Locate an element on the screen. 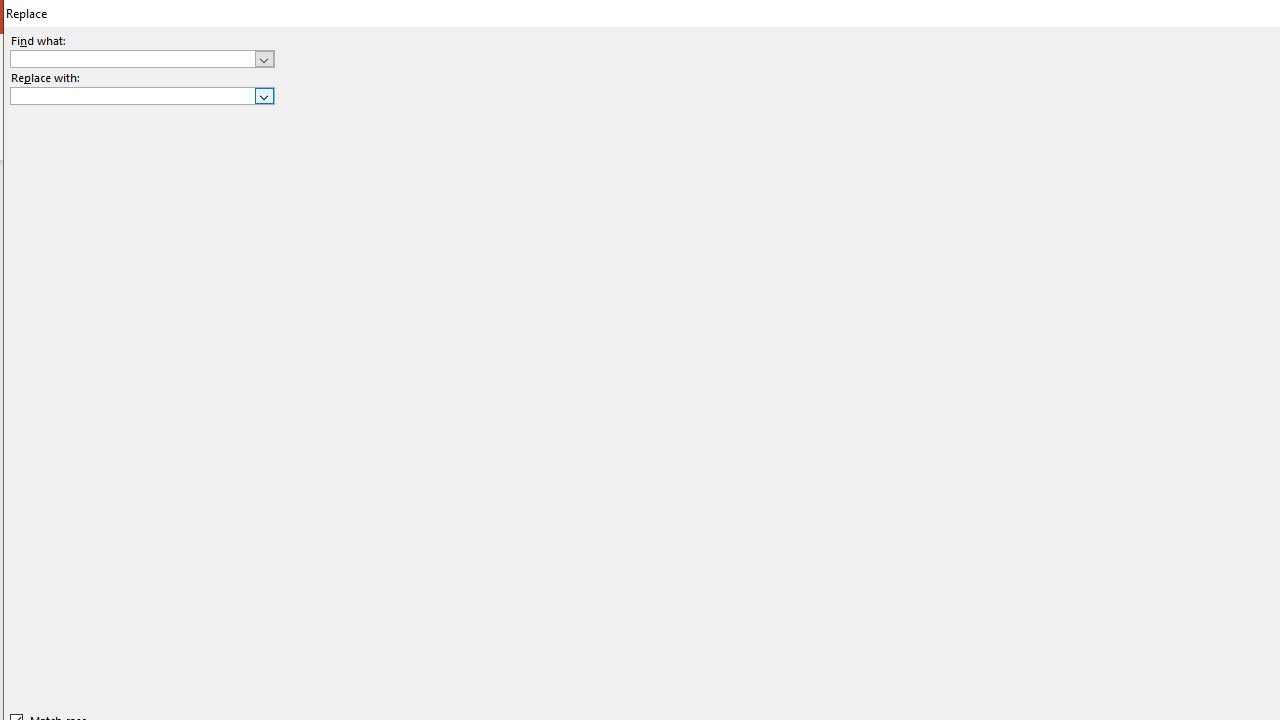 This screenshot has width=1280, height=720. 'Replace with' is located at coordinates (141, 96).